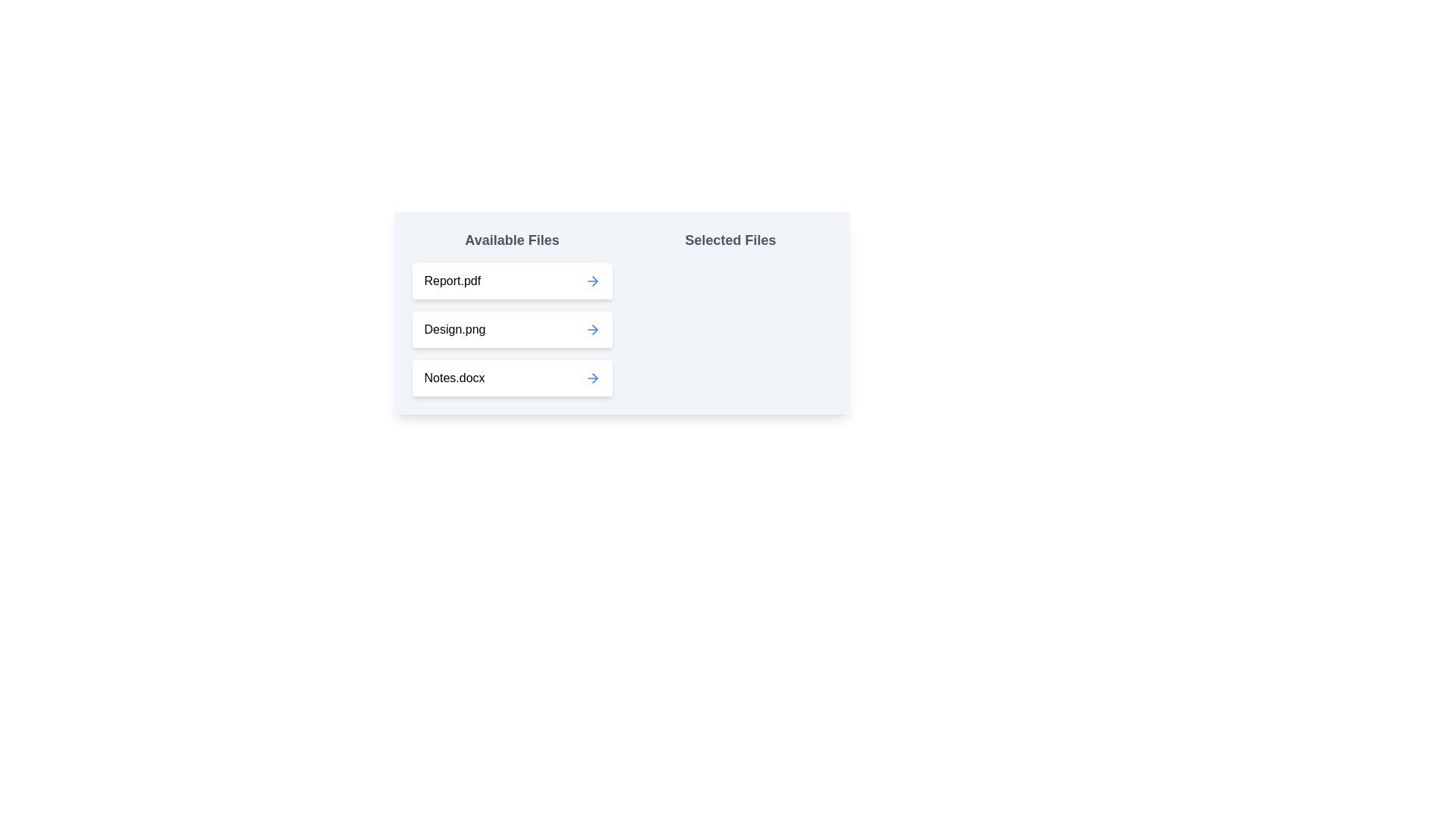 The image size is (1456, 819). Describe the element at coordinates (454, 329) in the screenshot. I see `the text label for 'Design.png', which is the second item under the 'Available Files' section` at that location.